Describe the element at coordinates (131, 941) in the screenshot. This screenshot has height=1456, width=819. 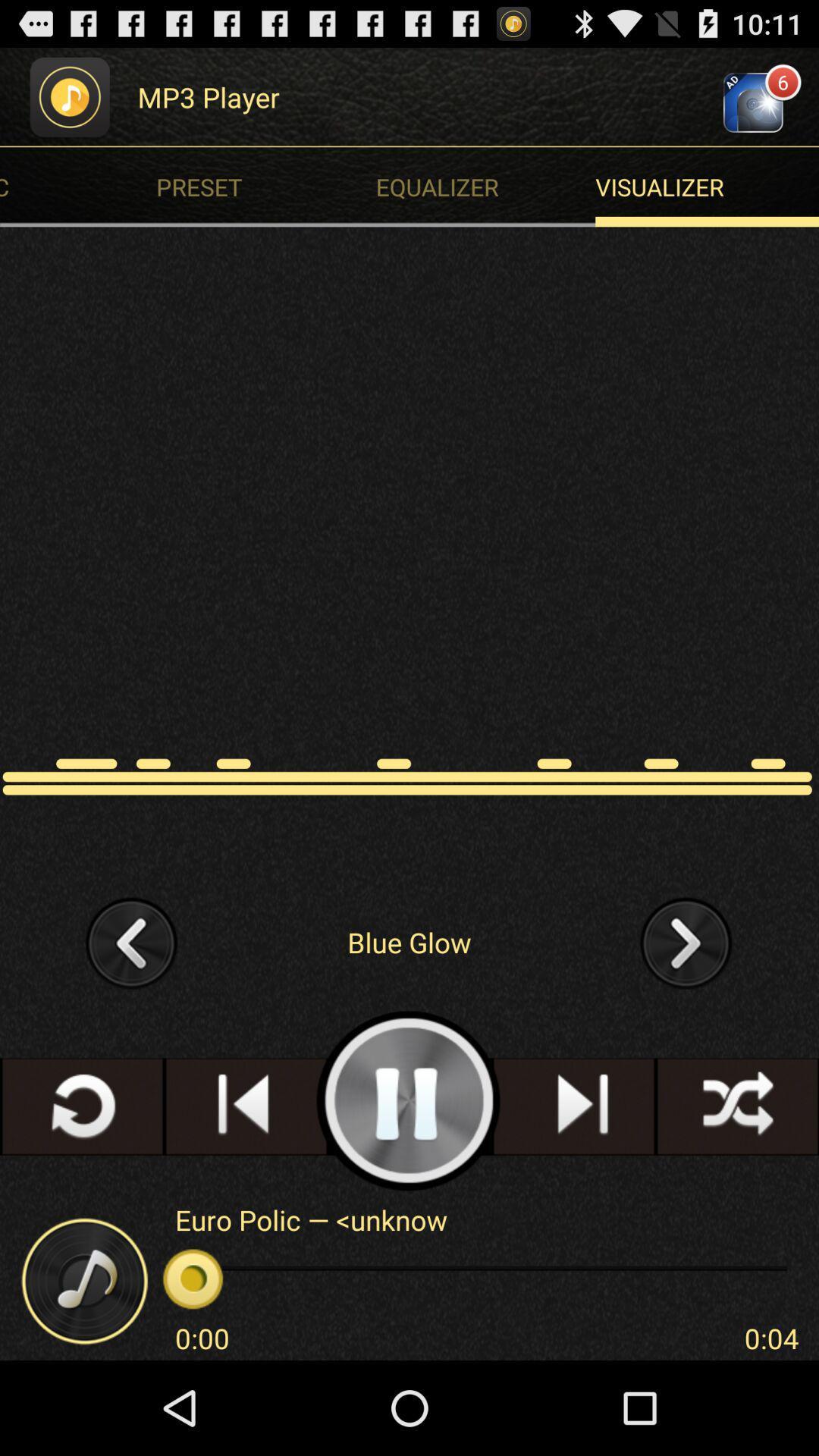
I see `the icon on the left` at that location.